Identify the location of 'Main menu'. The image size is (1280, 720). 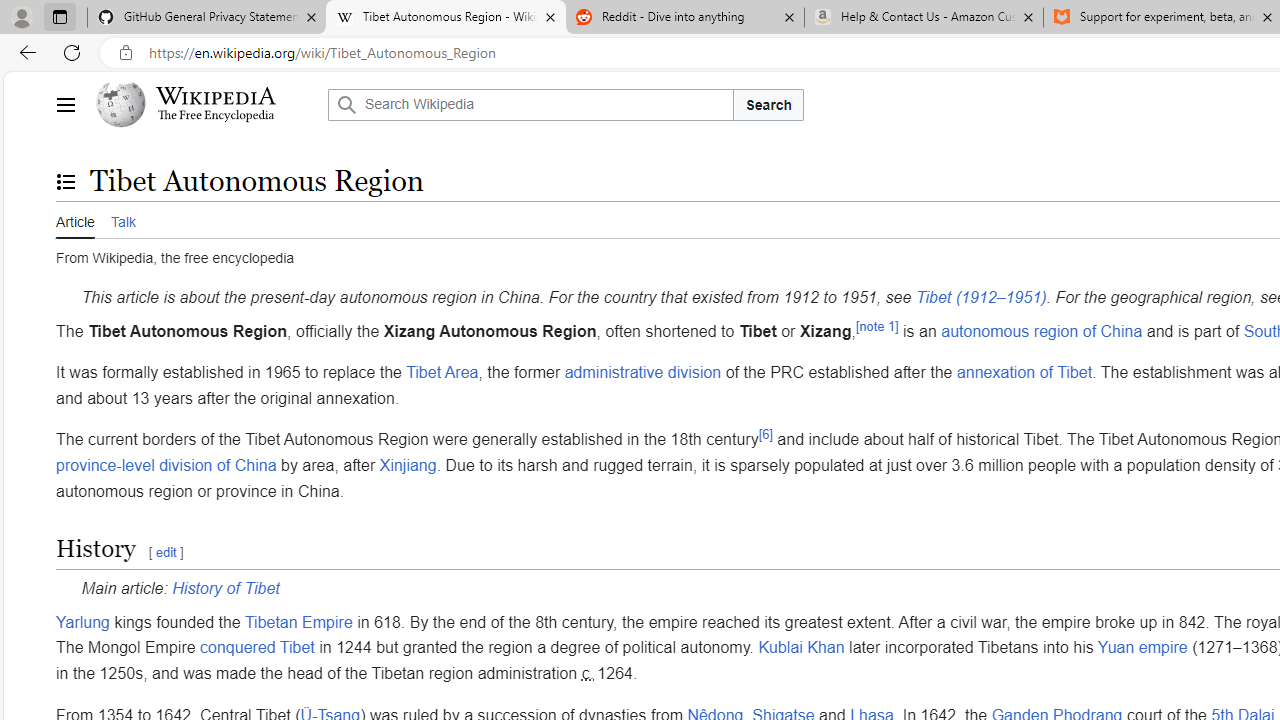
(65, 105).